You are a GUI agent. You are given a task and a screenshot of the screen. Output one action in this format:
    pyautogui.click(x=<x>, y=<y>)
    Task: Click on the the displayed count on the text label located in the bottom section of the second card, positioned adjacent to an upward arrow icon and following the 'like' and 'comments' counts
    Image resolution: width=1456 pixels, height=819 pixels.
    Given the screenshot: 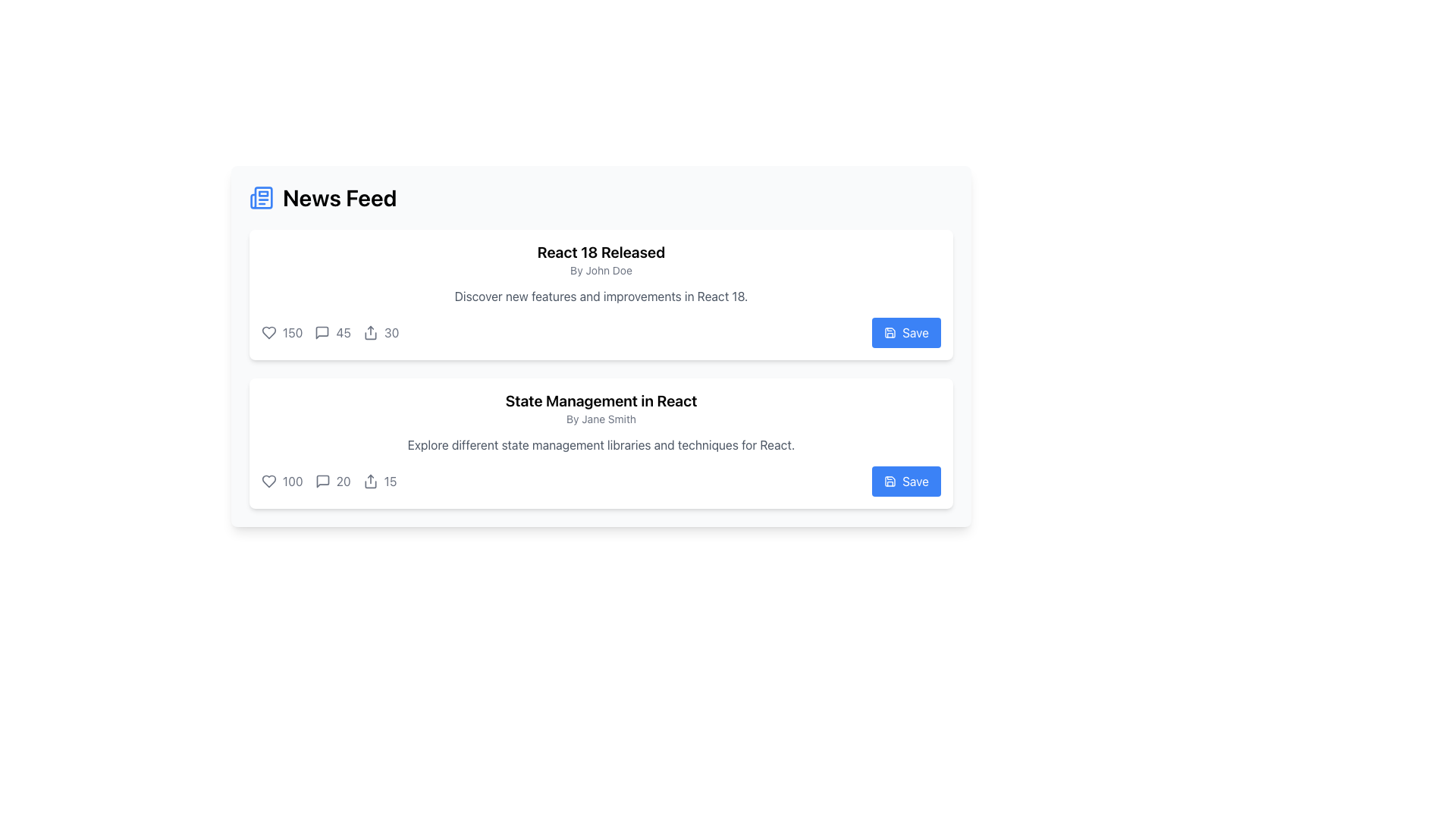 What is the action you would take?
    pyautogui.click(x=380, y=482)
    